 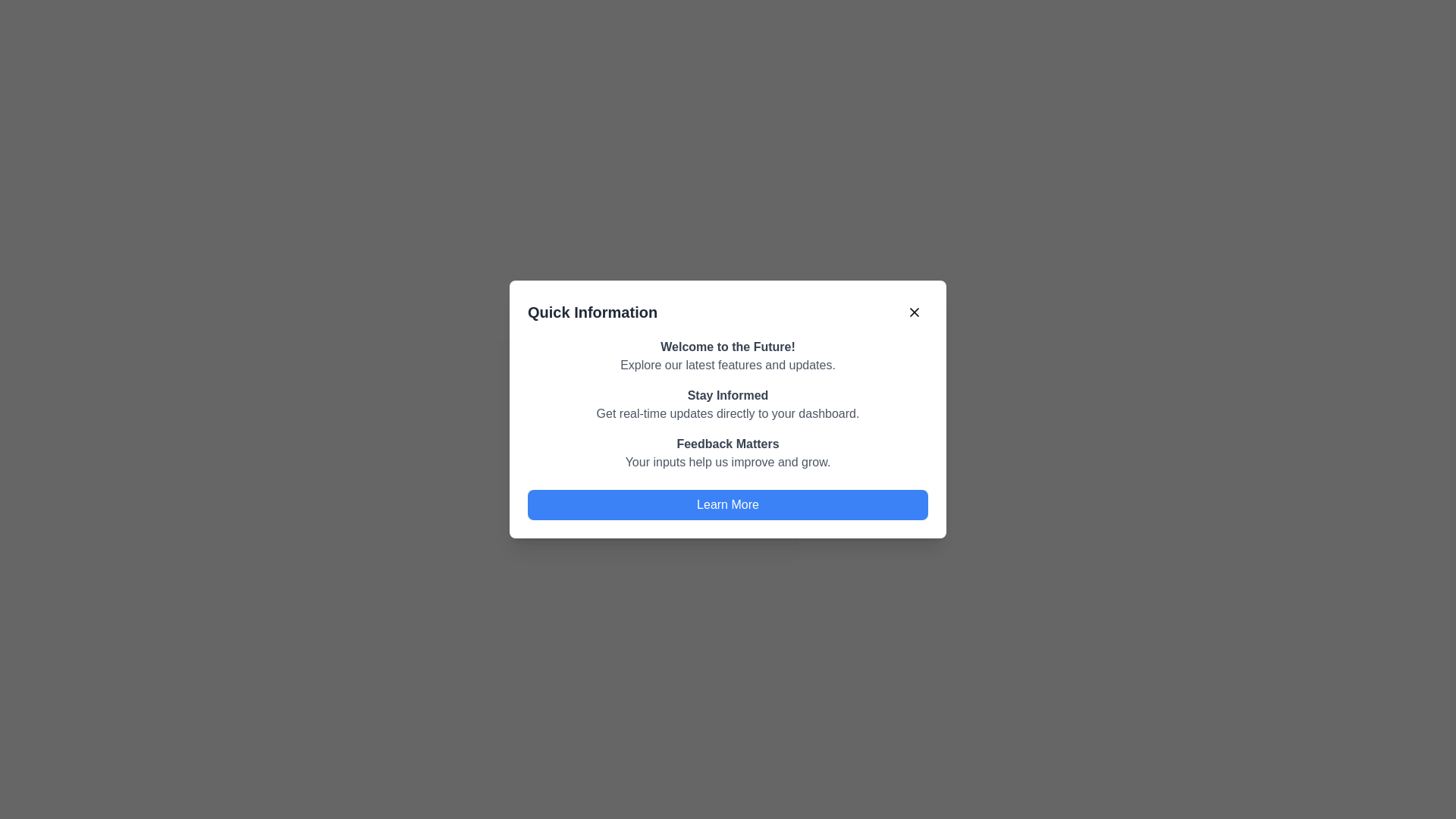 What do you see at coordinates (728, 347) in the screenshot?
I see `the bold, centered heading text 'Welcome to the Future!' located in the modal window under 'Quick Information'` at bounding box center [728, 347].